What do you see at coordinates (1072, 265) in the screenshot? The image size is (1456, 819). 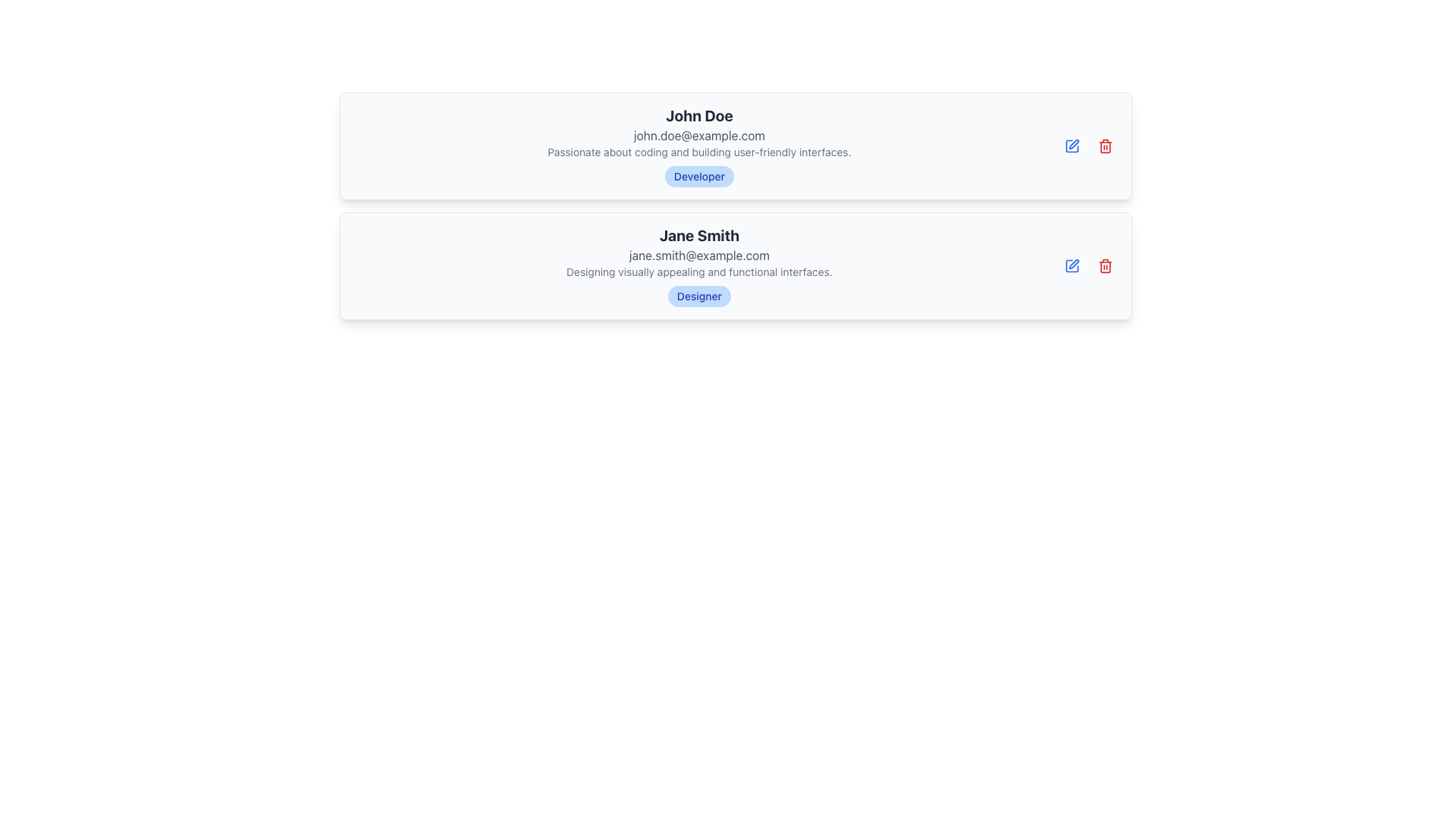 I see `the blue pen icon button at the end of Jane Smith's profile card` at bounding box center [1072, 265].